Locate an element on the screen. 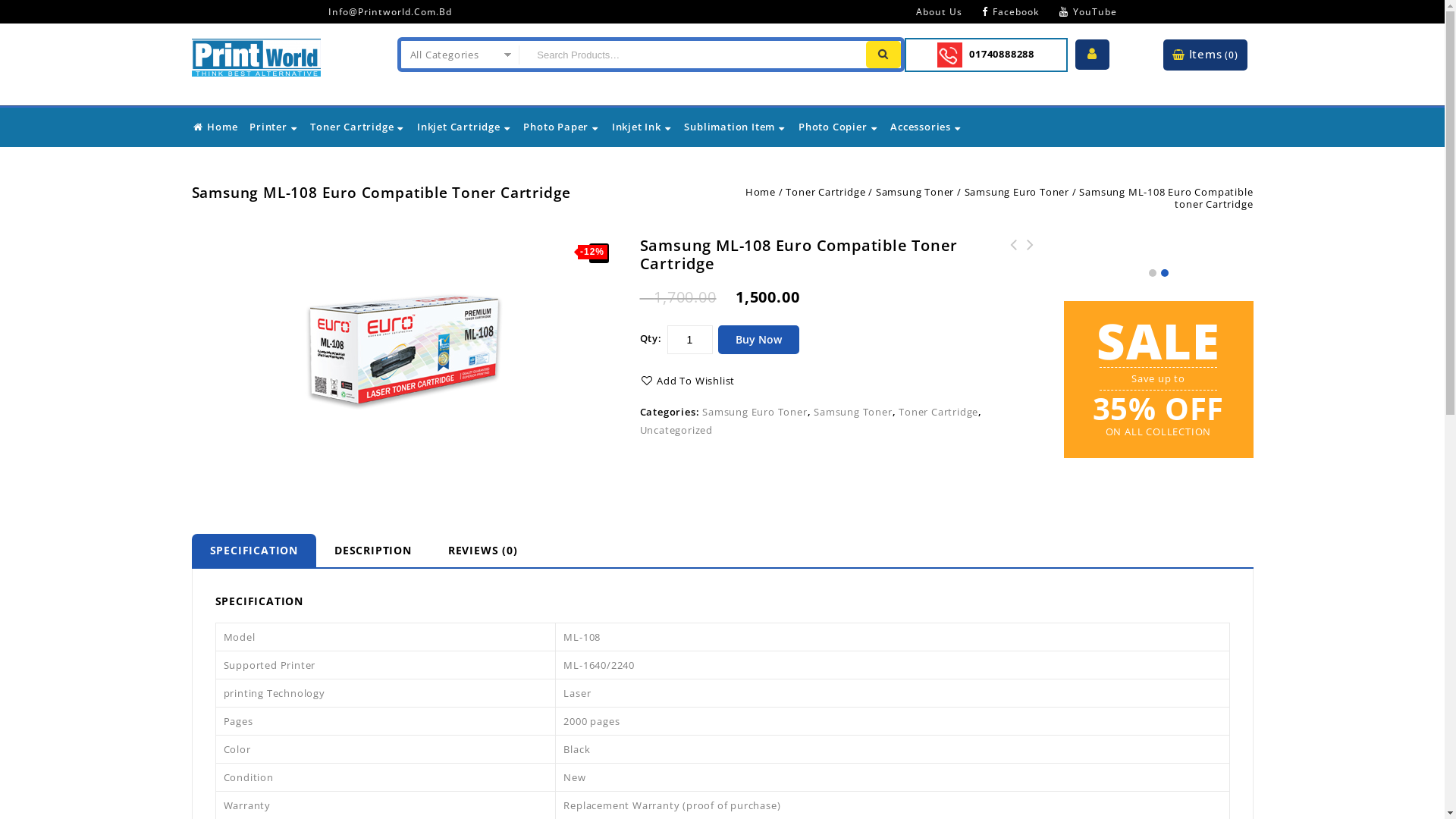 This screenshot has width=1456, height=819. 'ML-108' is located at coordinates (403, 348).